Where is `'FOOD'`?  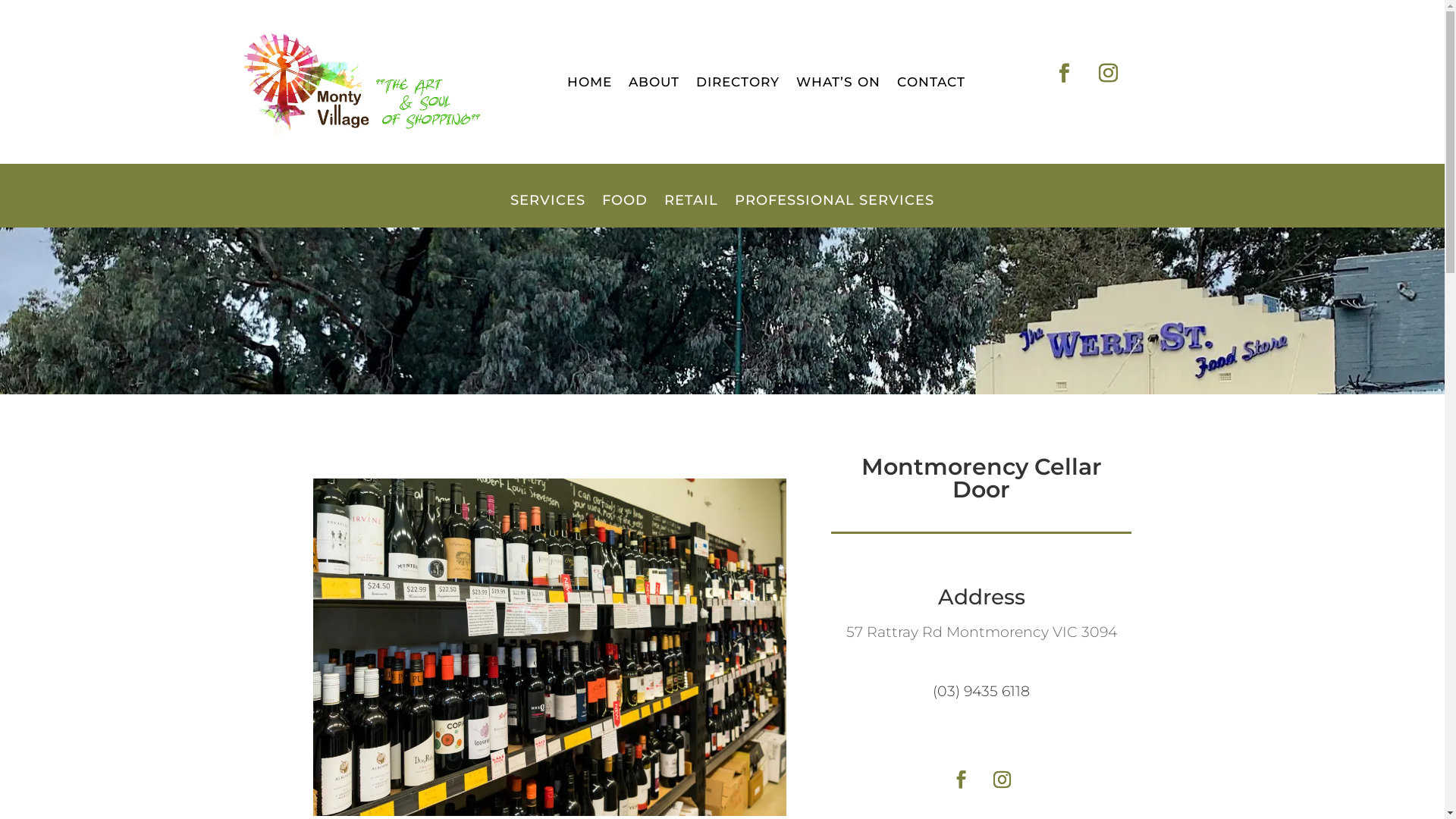
'FOOD' is located at coordinates (625, 211).